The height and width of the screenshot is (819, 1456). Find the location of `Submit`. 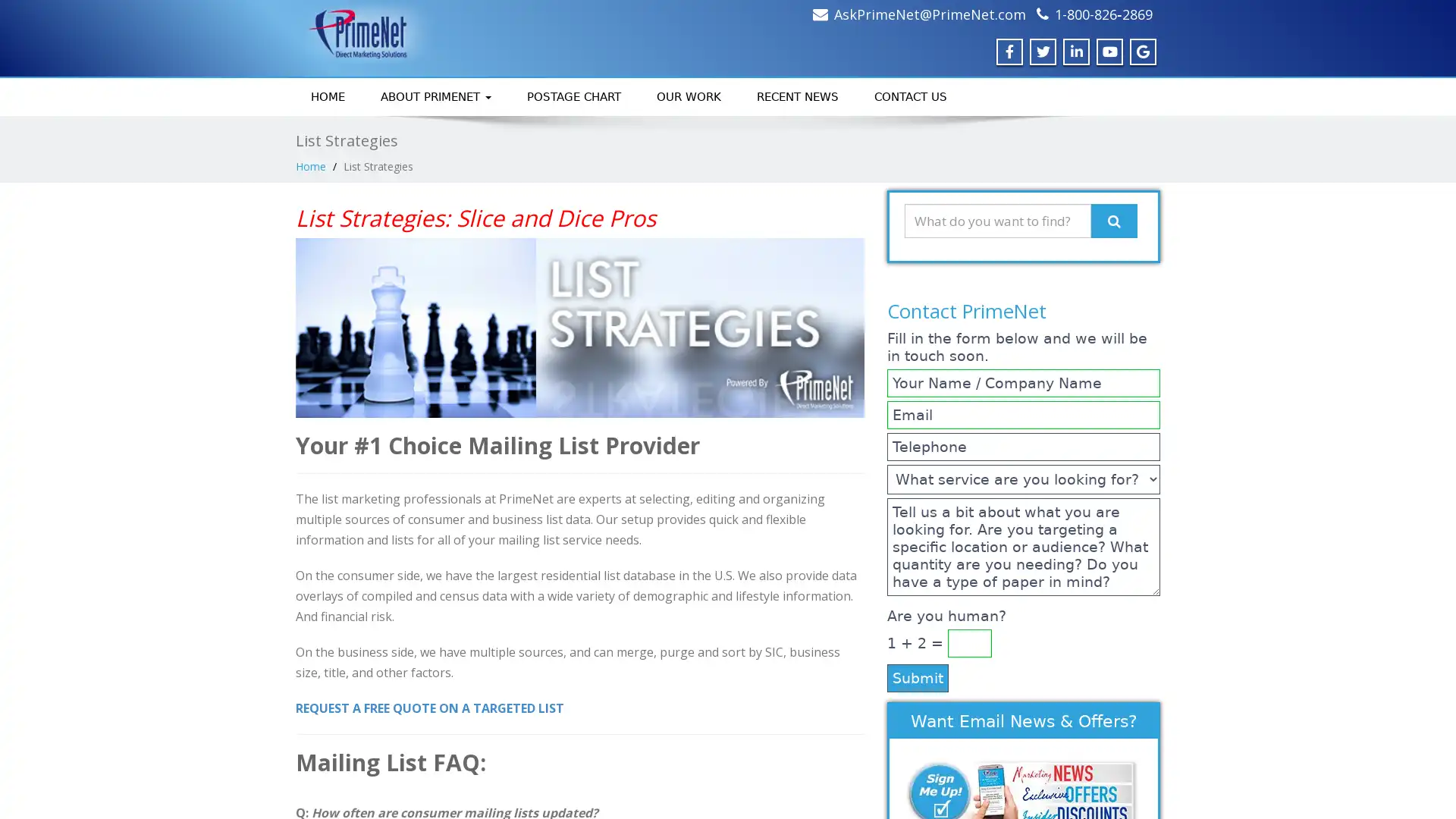

Submit is located at coordinates (917, 676).